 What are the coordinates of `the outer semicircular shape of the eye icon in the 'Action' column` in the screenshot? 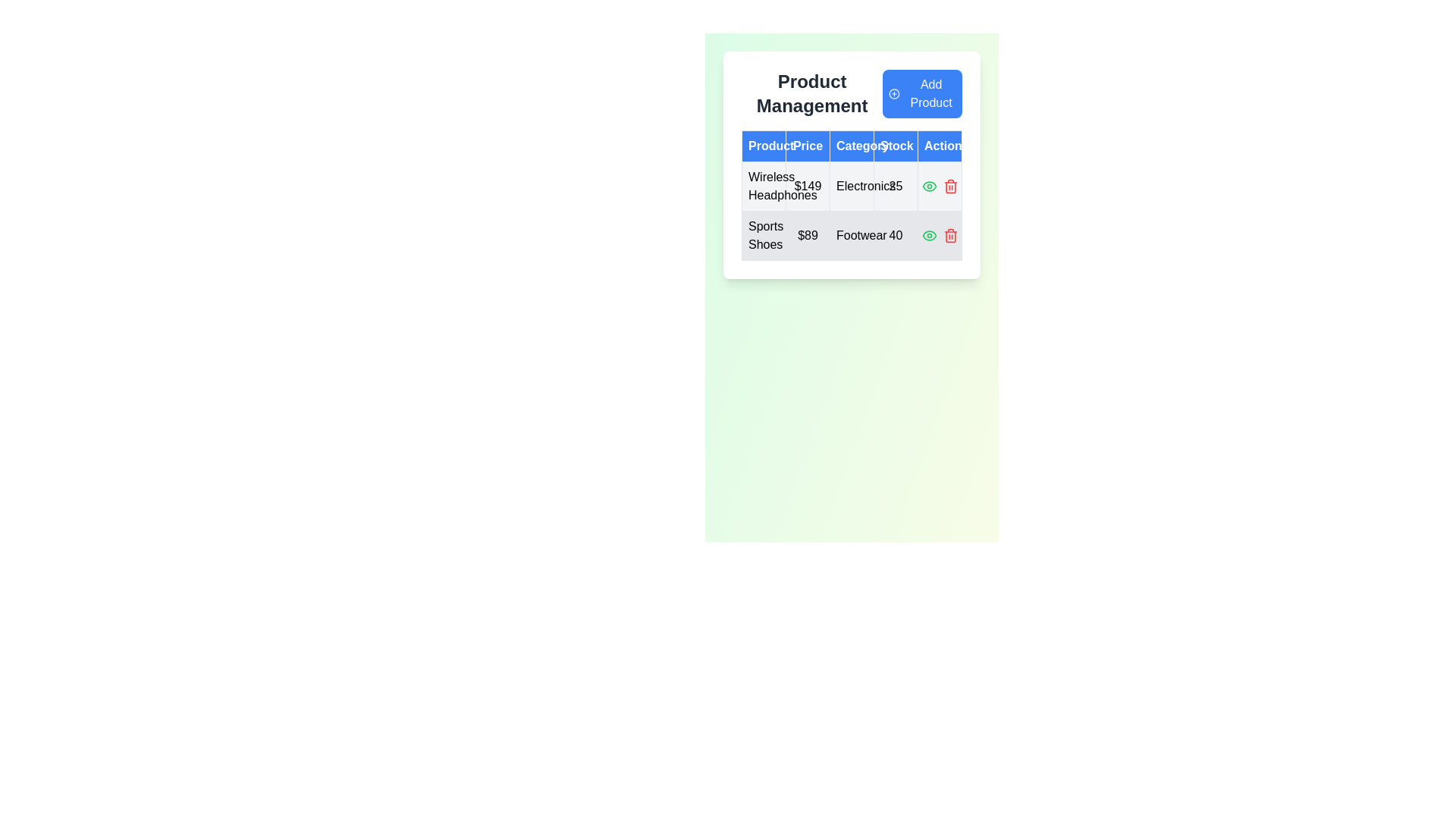 It's located at (928, 186).